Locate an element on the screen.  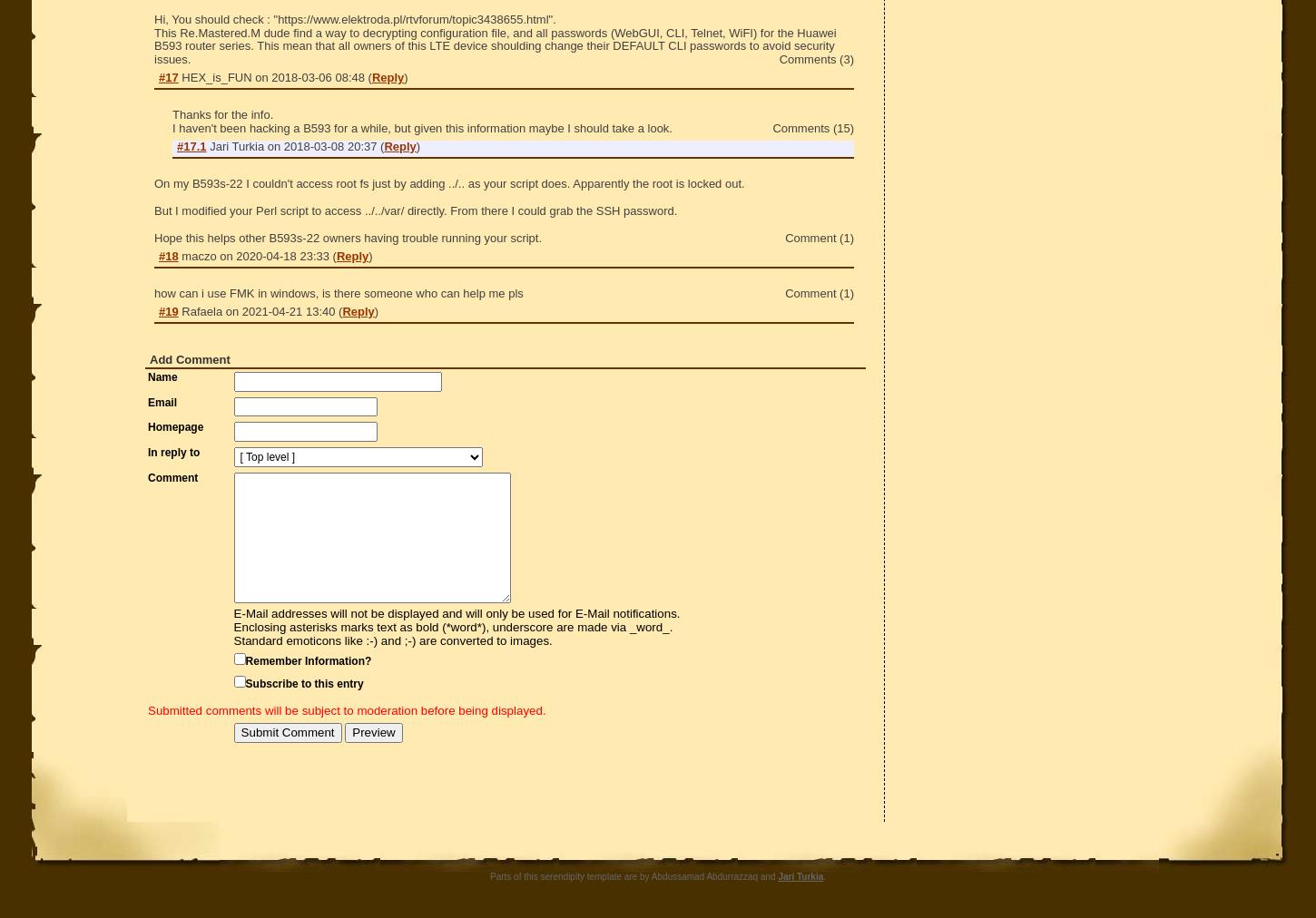
'HEX_is_FUN' is located at coordinates (217, 76).